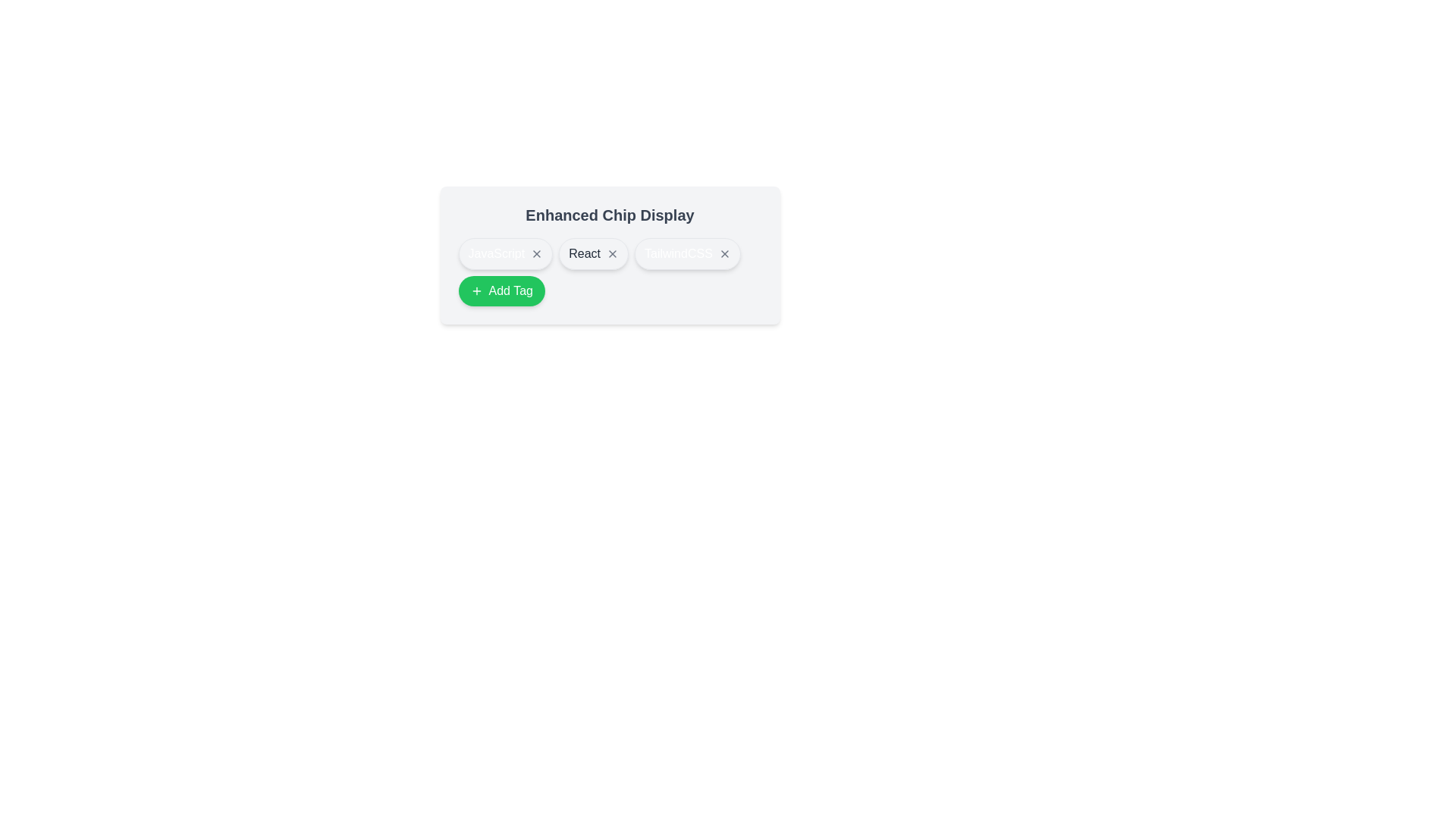  I want to click on the tag by clicking on the close icon of the tag with text JavaScript, so click(537, 253).